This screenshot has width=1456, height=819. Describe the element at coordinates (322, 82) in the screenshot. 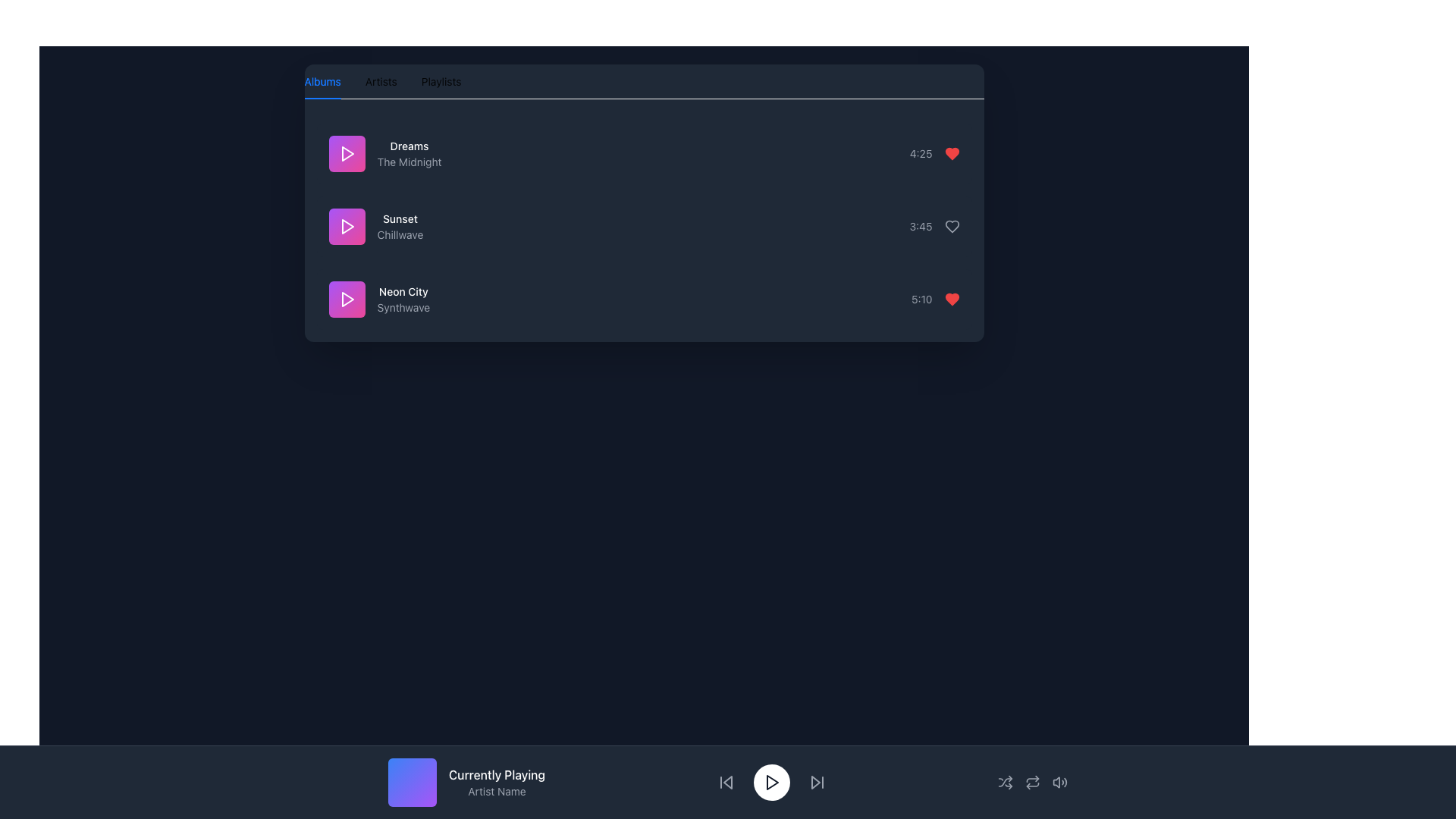

I see `the 'Albums' tab in the horizontal navigation bar` at that location.